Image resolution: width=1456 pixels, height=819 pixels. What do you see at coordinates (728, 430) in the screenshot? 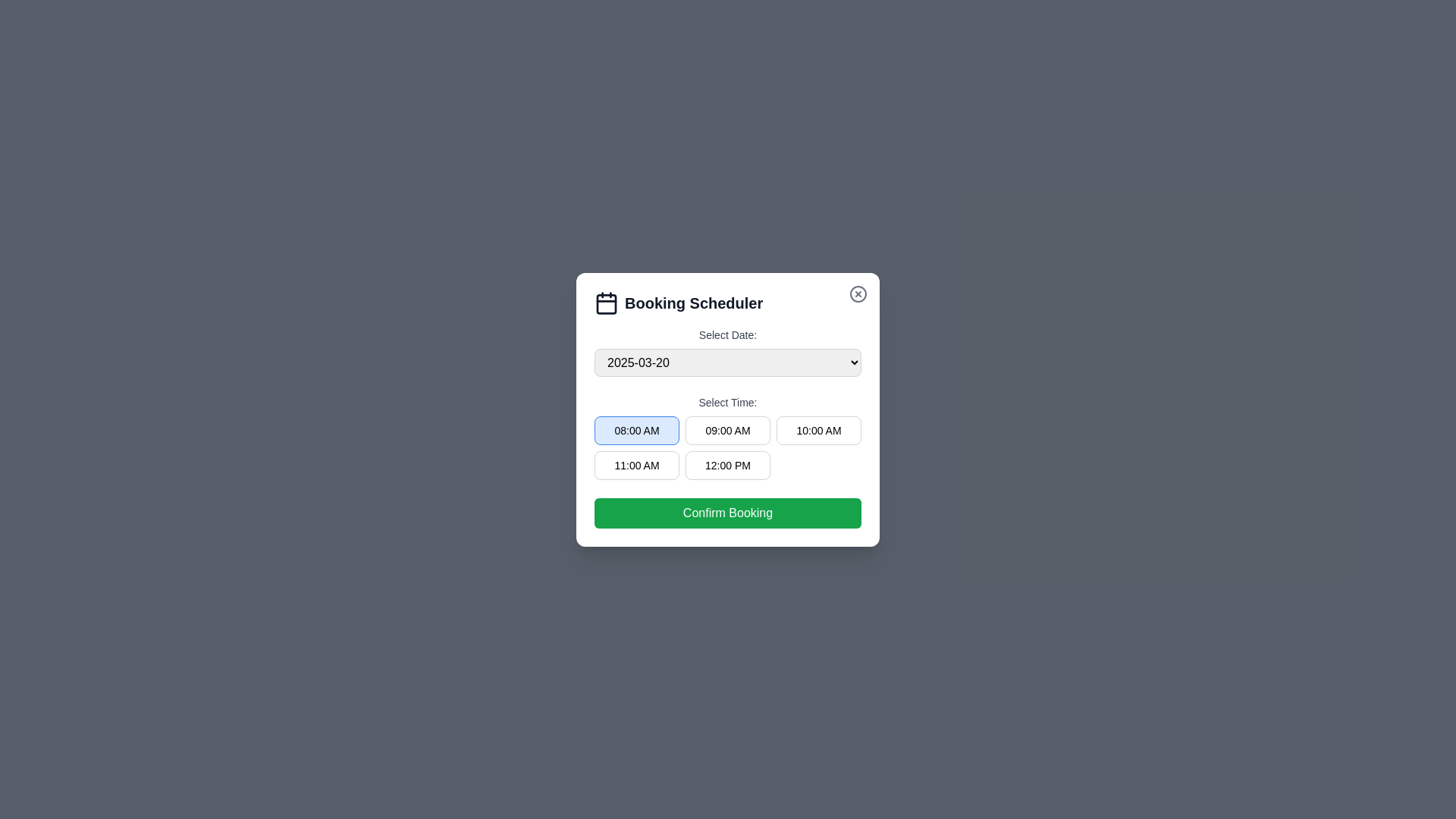
I see `the '09:00 AM' button, which is a rectangular button with a white background and black text` at bounding box center [728, 430].